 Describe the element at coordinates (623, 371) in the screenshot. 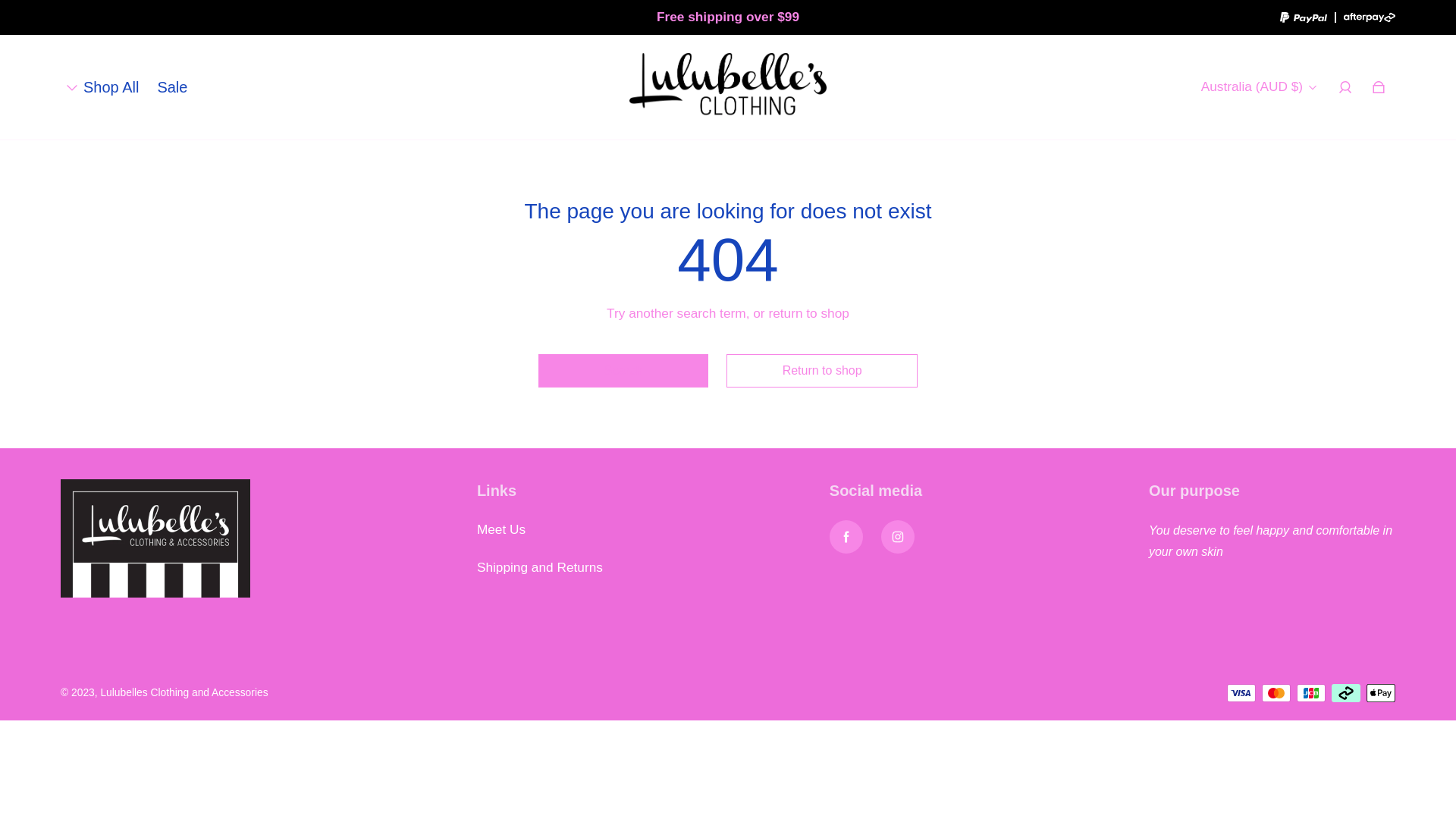

I see `'Search'` at that location.